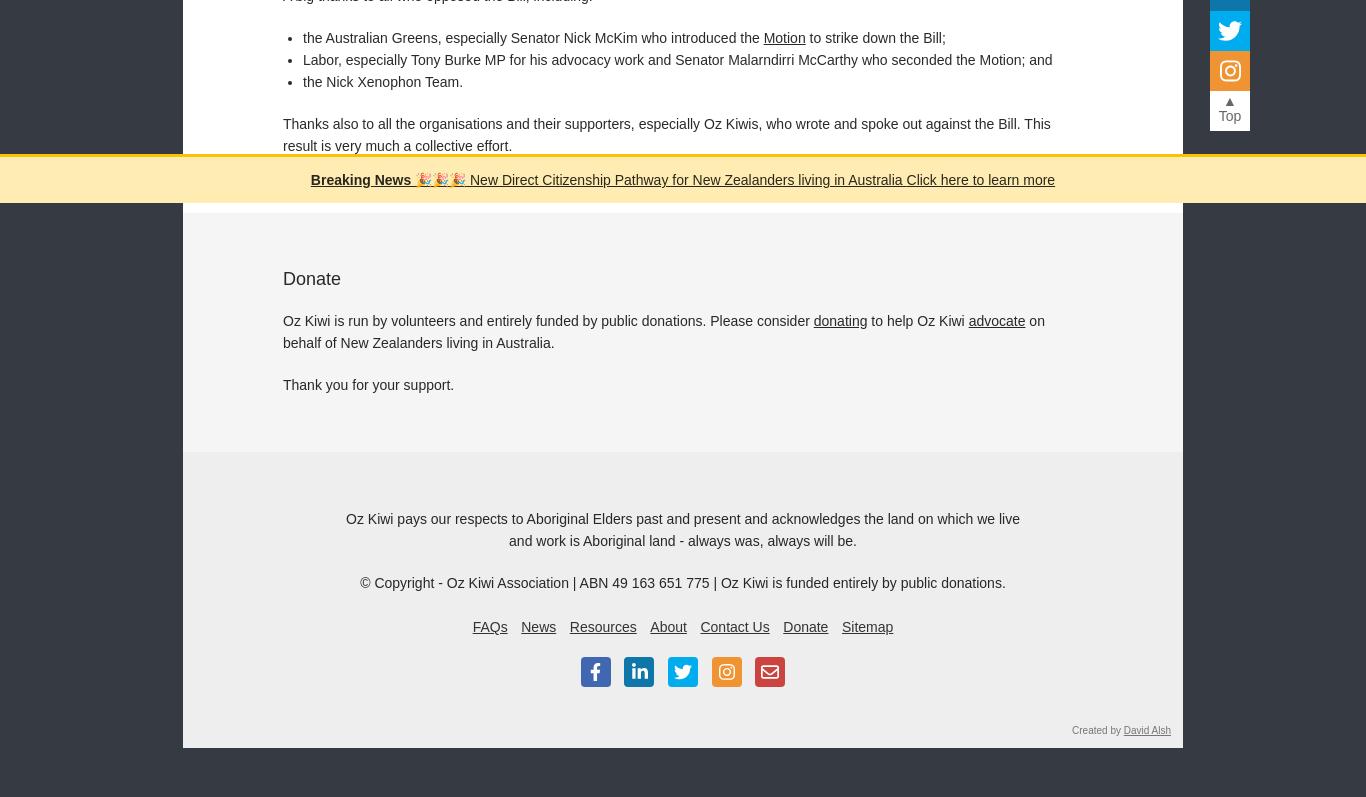  I want to click on 'Sitemap', so click(866, 624).